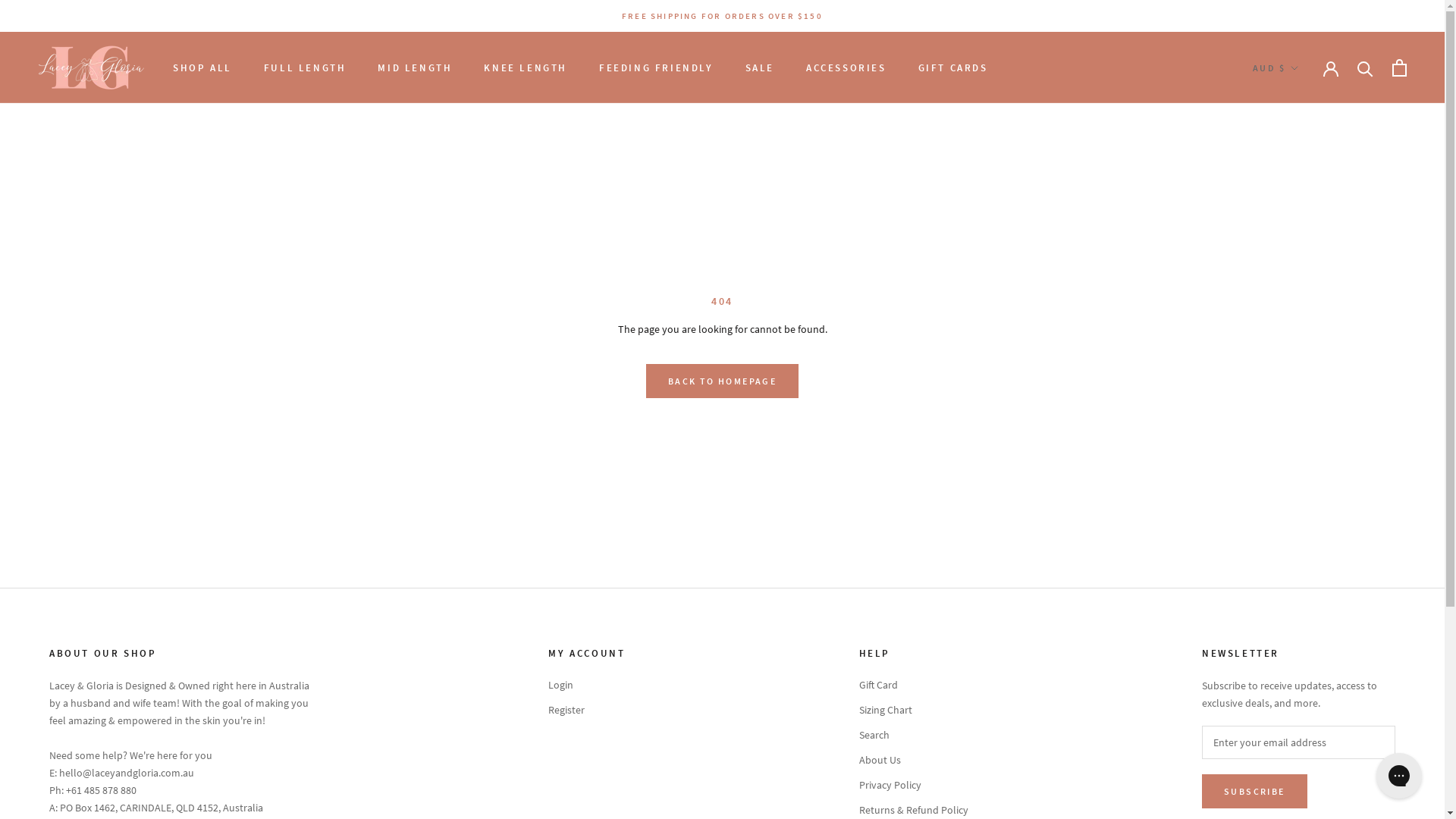  What do you see at coordinates (912, 809) in the screenshot?
I see `'Returns & Refund Policy'` at bounding box center [912, 809].